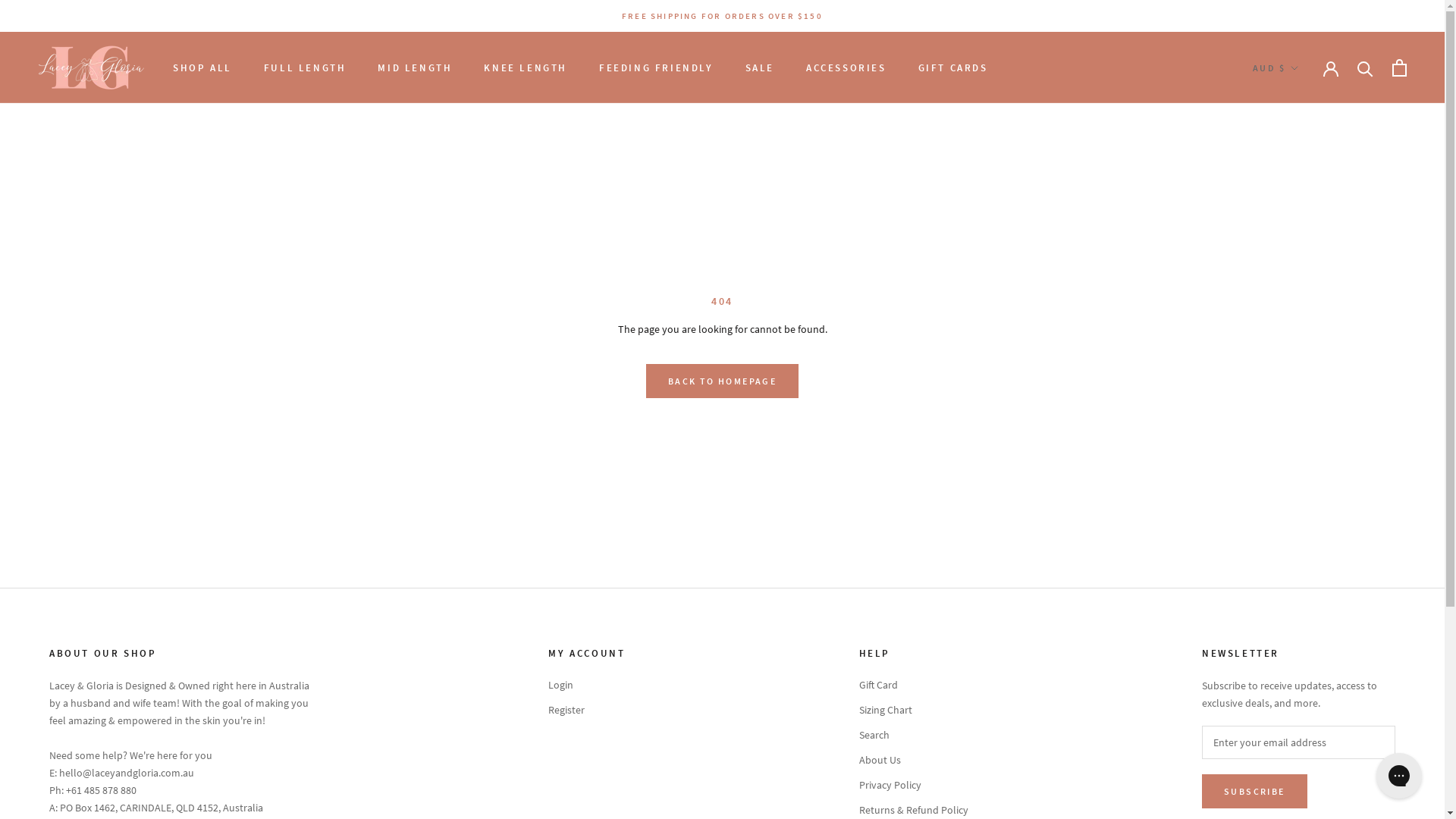  What do you see at coordinates (912, 809) in the screenshot?
I see `'Returns & Refund Policy'` at bounding box center [912, 809].